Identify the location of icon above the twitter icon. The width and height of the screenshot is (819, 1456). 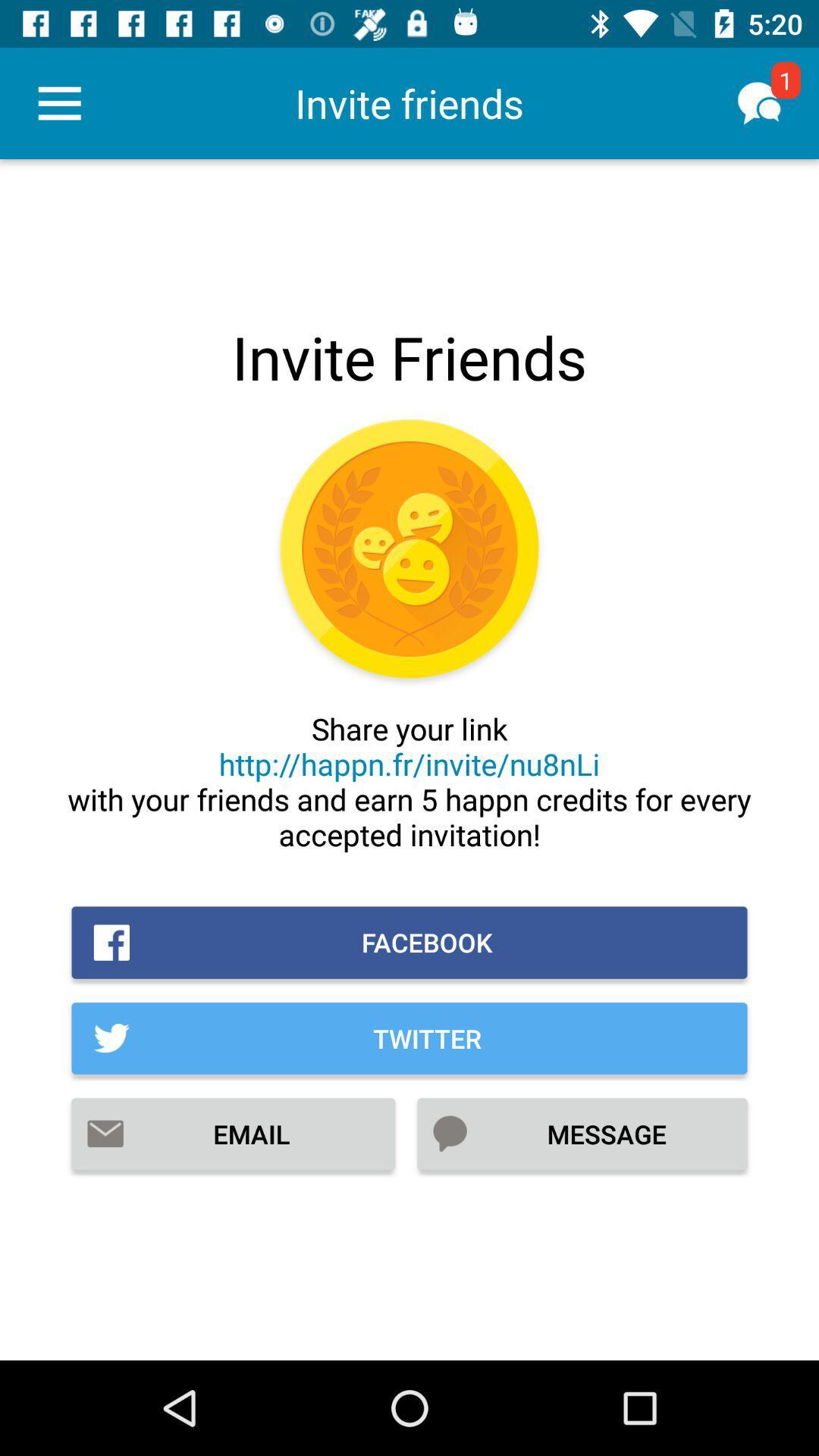
(409, 942).